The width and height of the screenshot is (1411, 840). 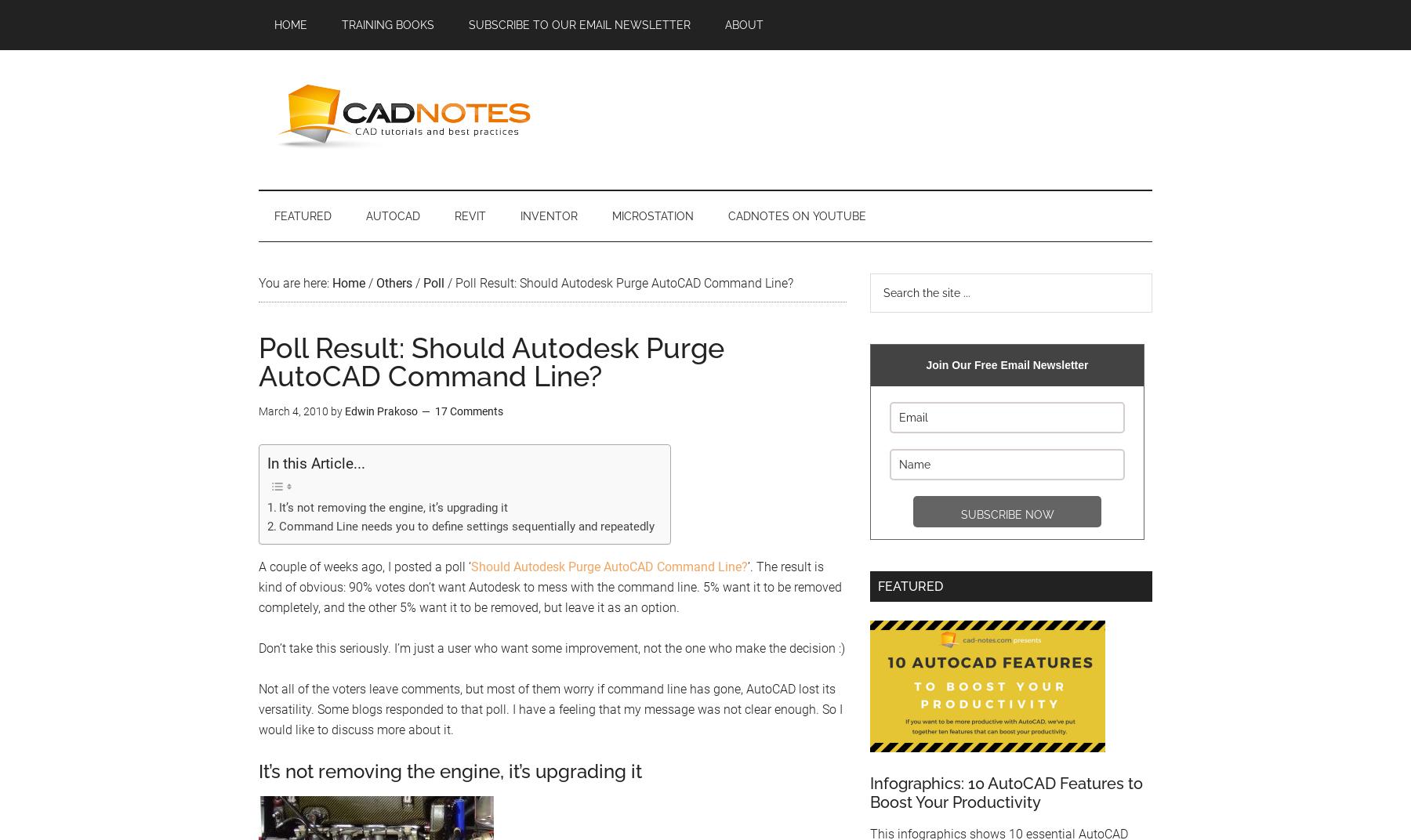 What do you see at coordinates (470, 215) in the screenshot?
I see `'Revit'` at bounding box center [470, 215].